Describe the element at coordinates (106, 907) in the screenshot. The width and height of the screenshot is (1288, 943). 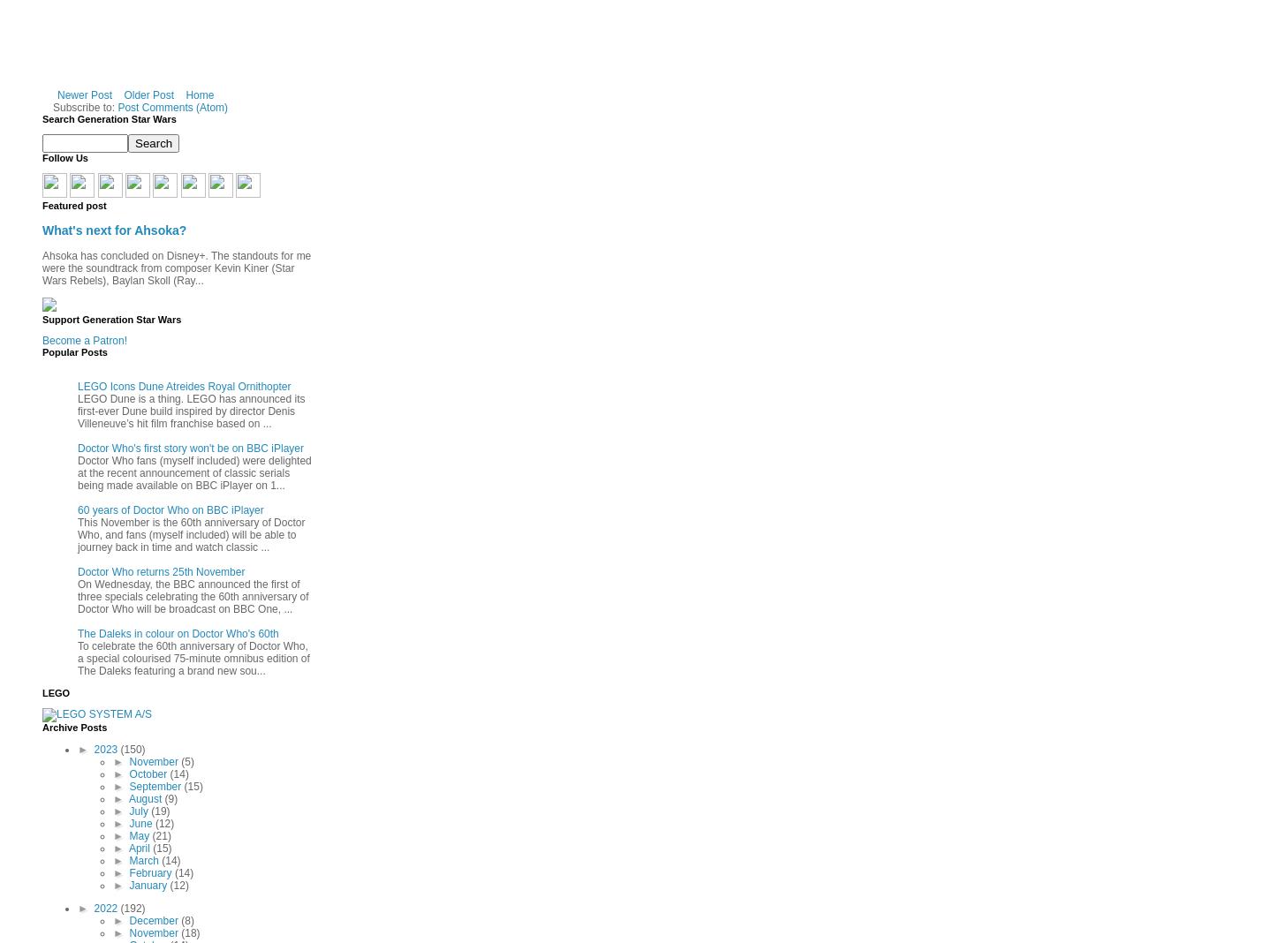
I see `'2022'` at that location.